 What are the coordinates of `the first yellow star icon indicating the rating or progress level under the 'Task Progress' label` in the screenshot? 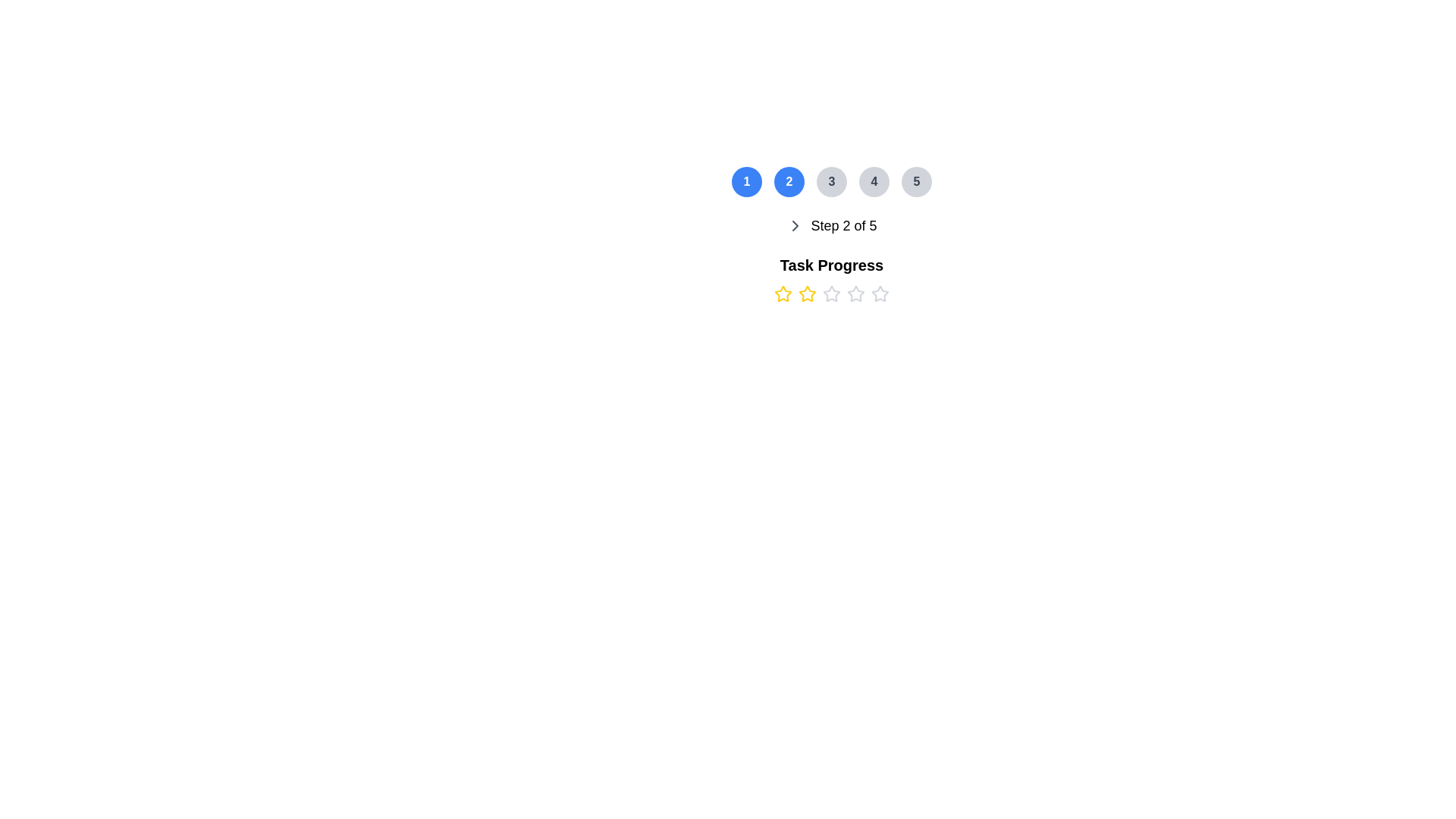 It's located at (783, 294).